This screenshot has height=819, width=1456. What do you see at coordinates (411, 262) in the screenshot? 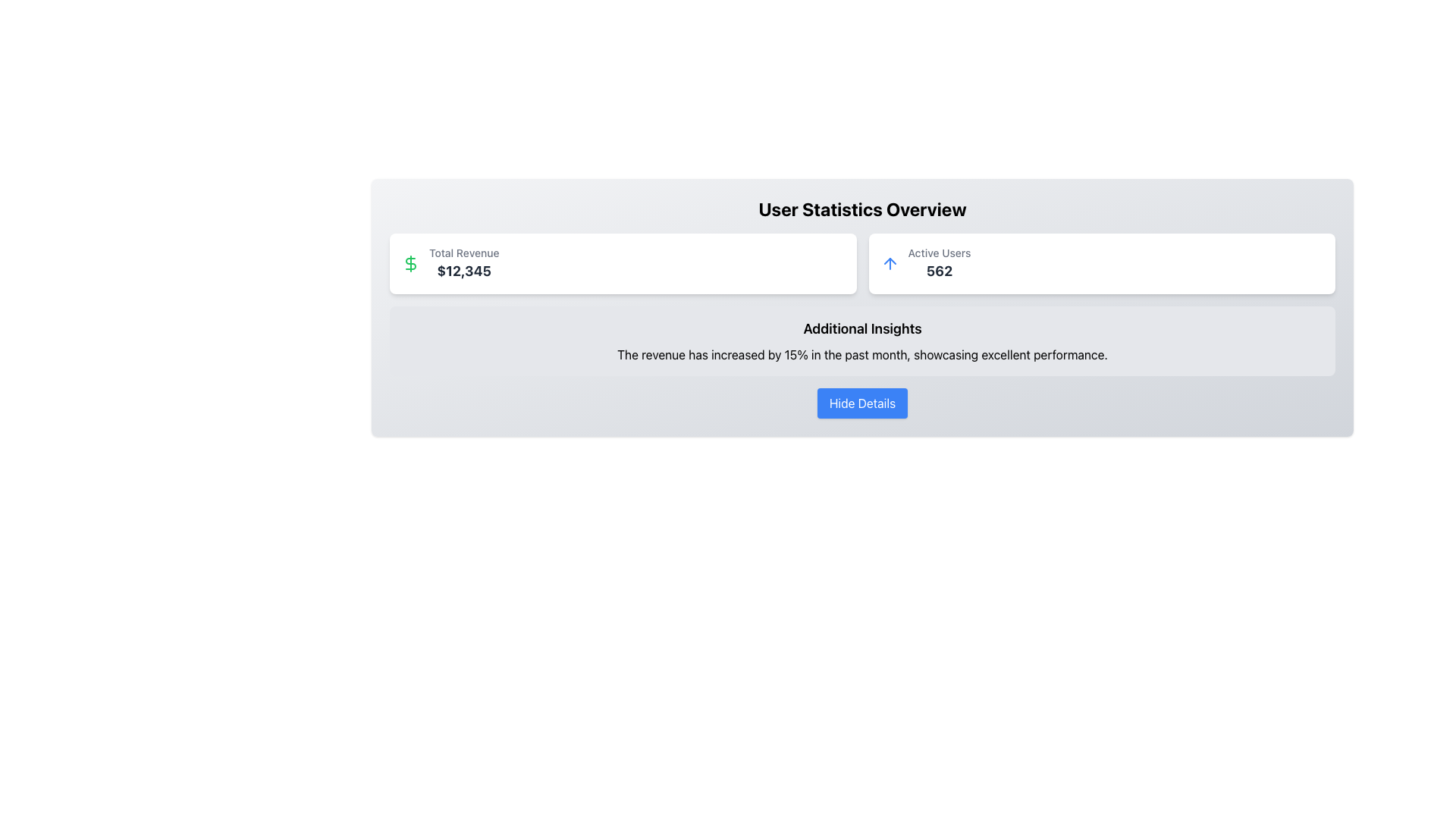
I see `the circular dollar sign icon styled in green color with a stroke outline, located adjacent to the 'Total Revenue' label on the white background card` at bounding box center [411, 262].